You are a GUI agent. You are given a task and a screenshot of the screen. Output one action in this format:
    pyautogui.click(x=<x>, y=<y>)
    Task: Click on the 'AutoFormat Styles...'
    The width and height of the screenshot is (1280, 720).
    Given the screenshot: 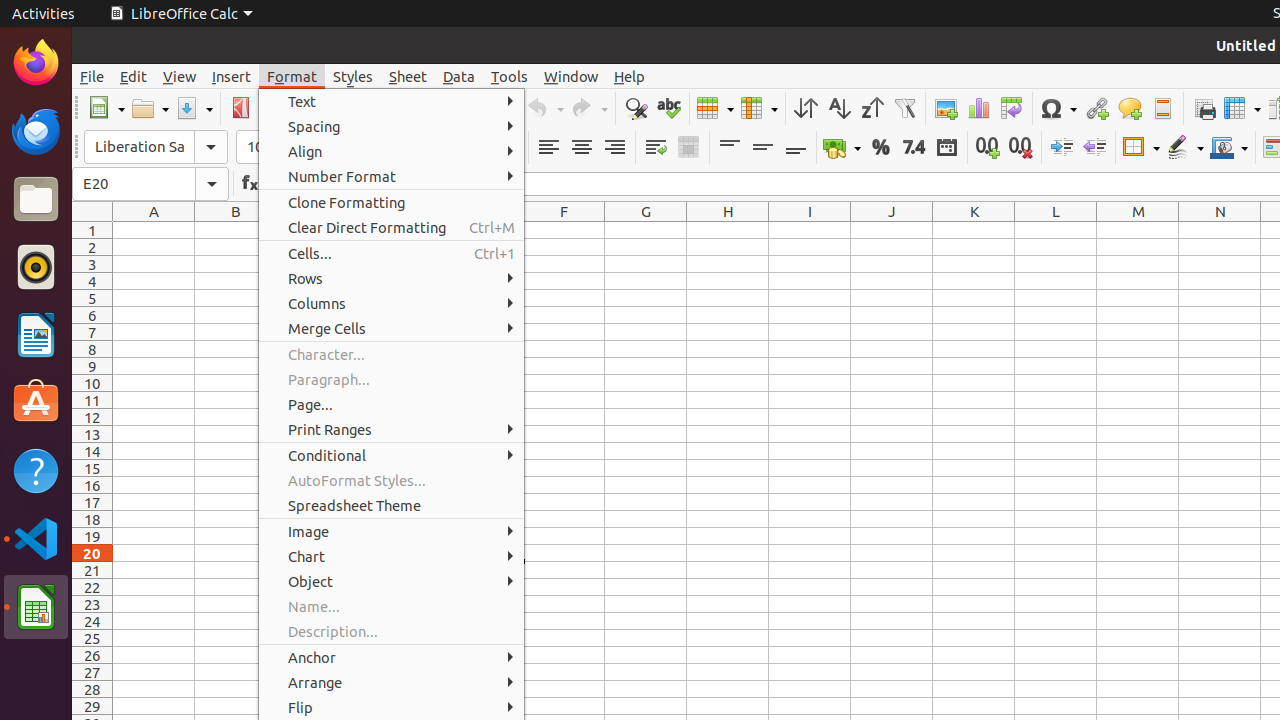 What is the action you would take?
    pyautogui.click(x=391, y=480)
    